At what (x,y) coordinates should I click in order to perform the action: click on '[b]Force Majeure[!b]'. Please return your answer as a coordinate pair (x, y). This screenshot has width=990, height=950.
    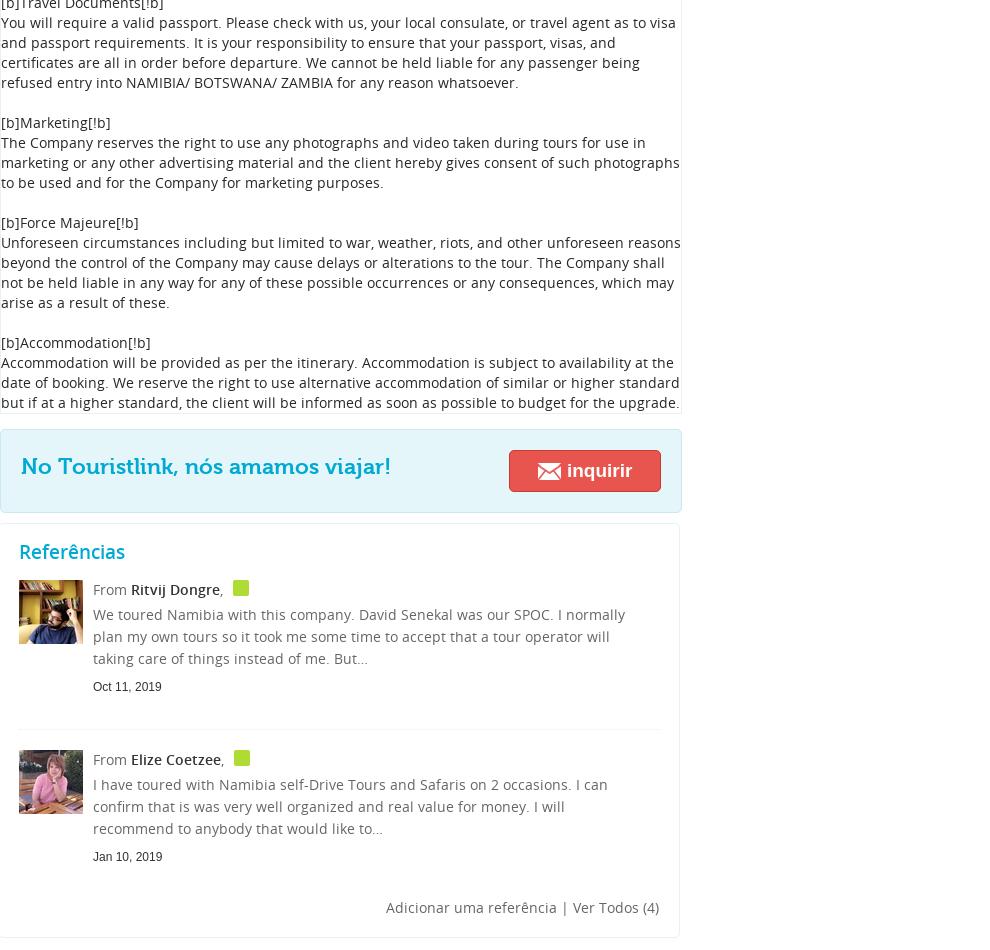
    Looking at the image, I should click on (0, 222).